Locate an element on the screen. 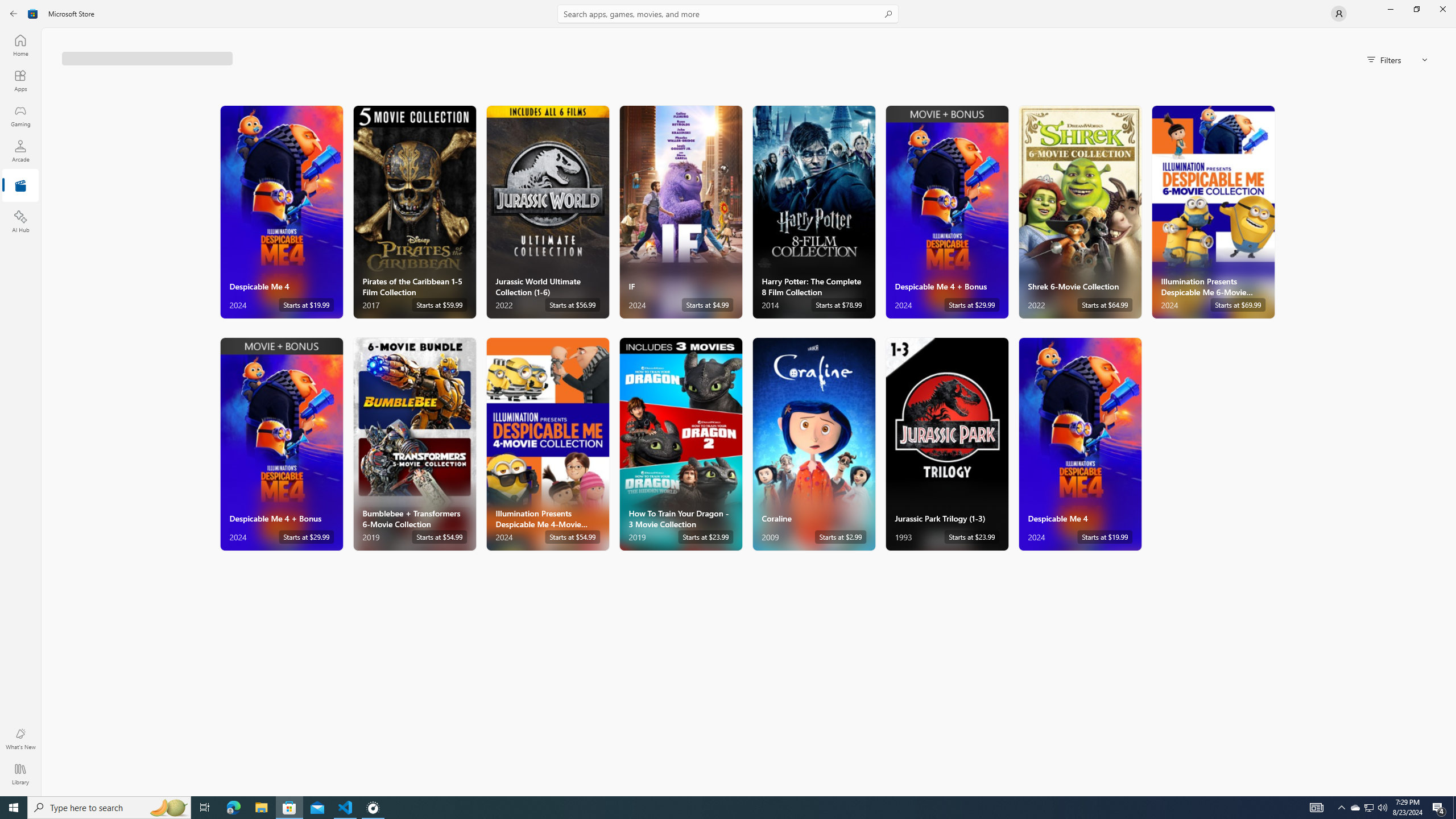  'Filters' is located at coordinates (1397, 59).